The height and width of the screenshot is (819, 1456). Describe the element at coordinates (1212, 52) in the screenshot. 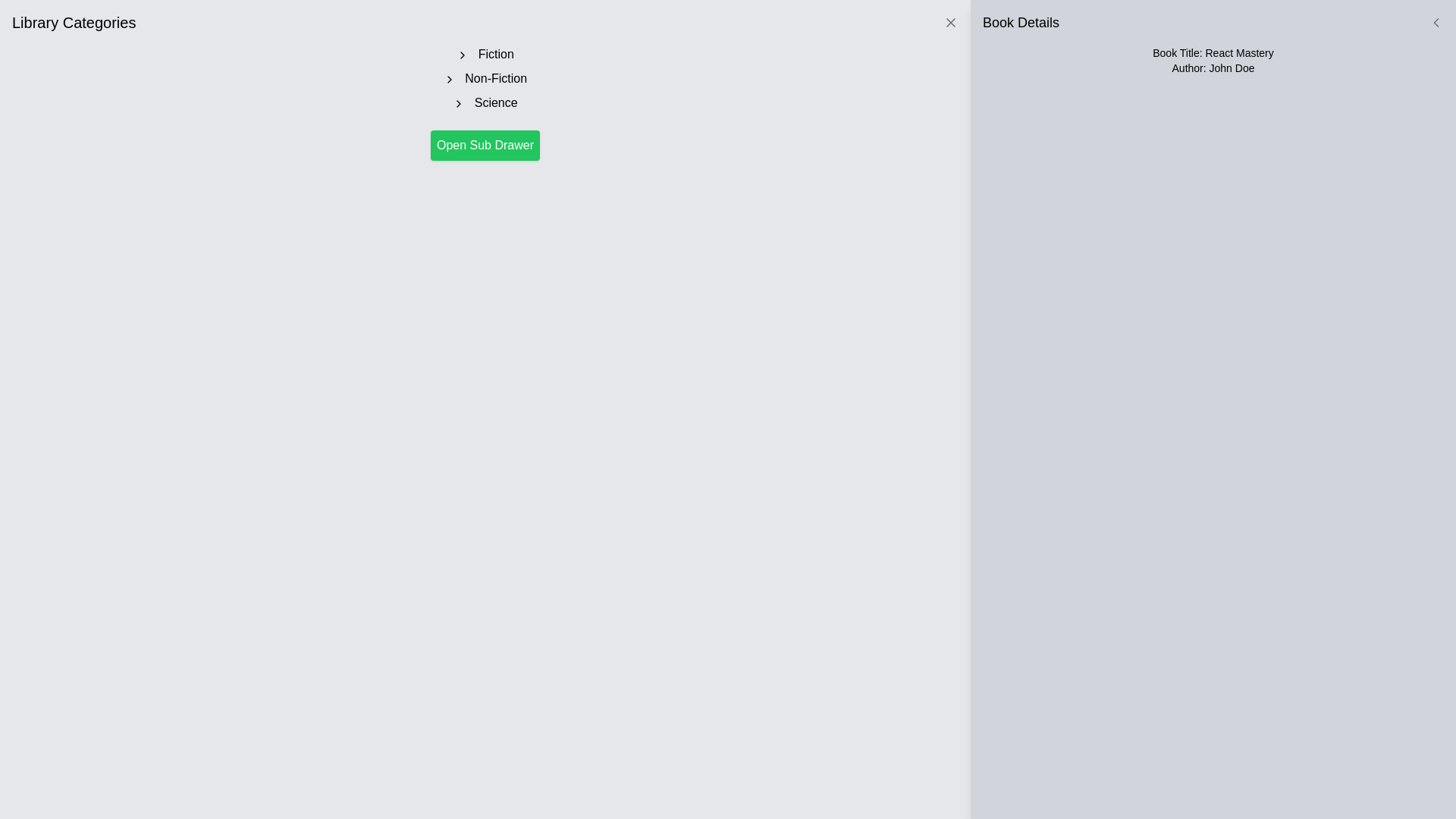

I see `the label displaying the title of the book located in the right-hand panel under the 'Book Details' heading, positioned above the 'Author: John Doe' text` at that location.